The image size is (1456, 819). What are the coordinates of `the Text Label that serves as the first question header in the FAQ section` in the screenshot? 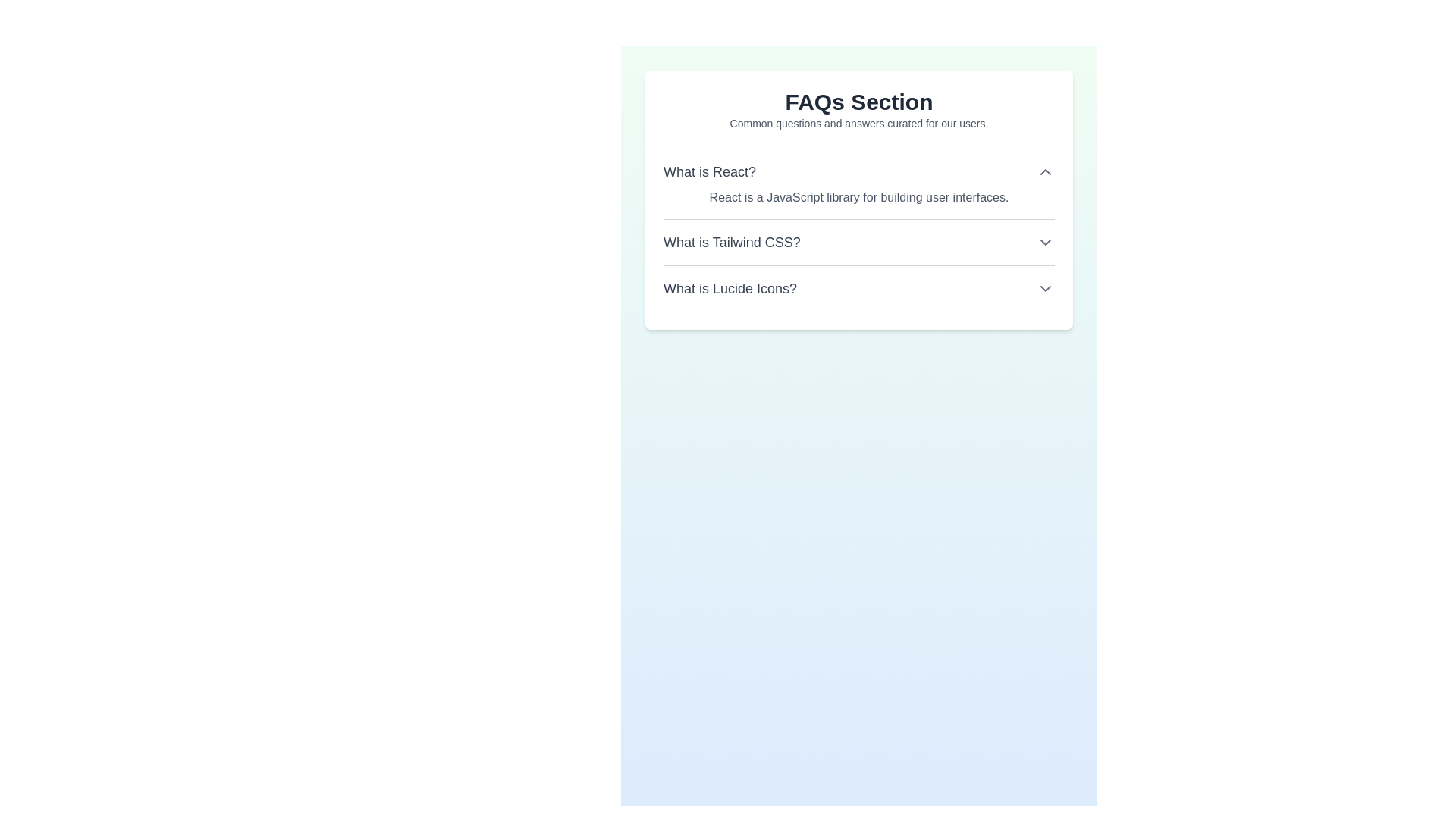 It's located at (709, 171).